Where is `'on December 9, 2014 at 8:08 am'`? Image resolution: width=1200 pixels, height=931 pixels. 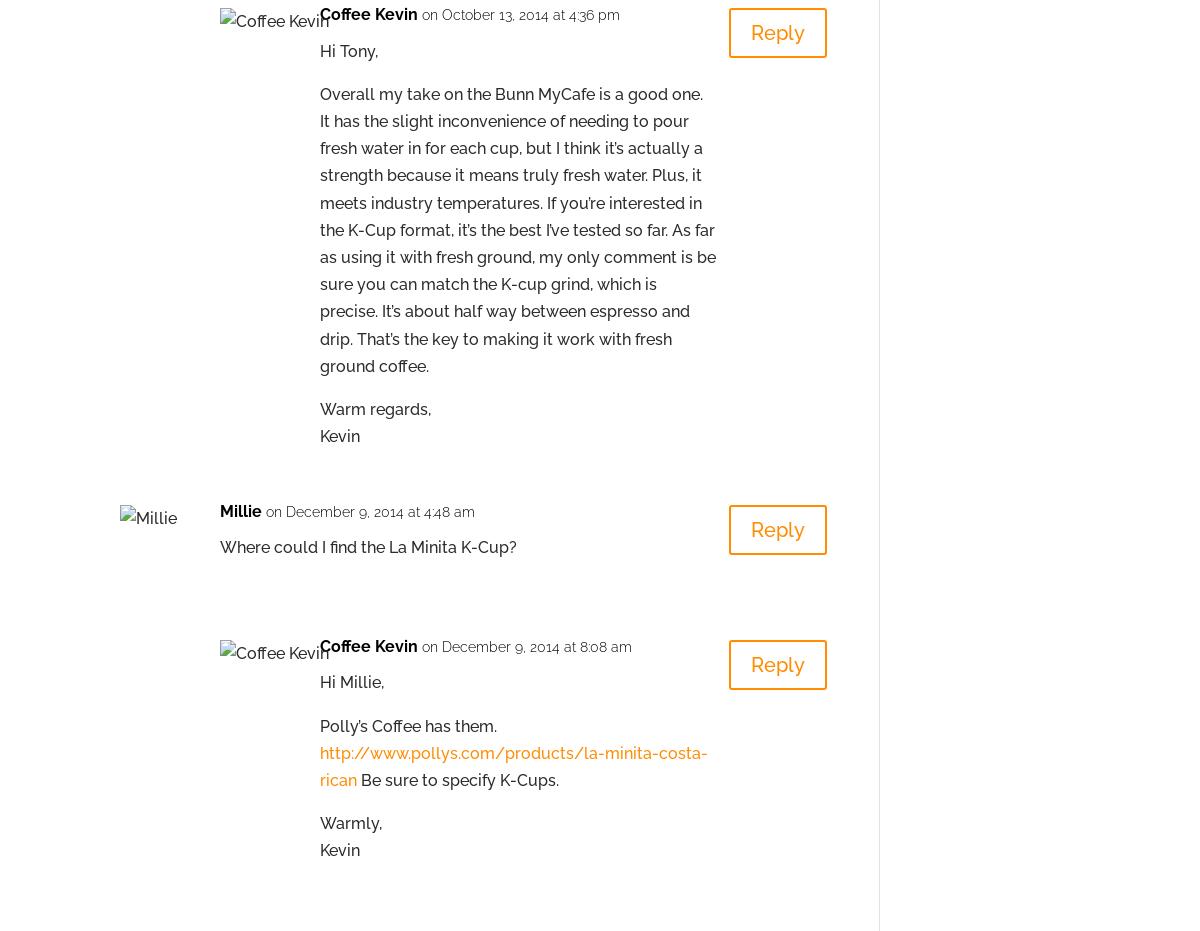 'on December 9, 2014 at 8:08 am' is located at coordinates (422, 647).